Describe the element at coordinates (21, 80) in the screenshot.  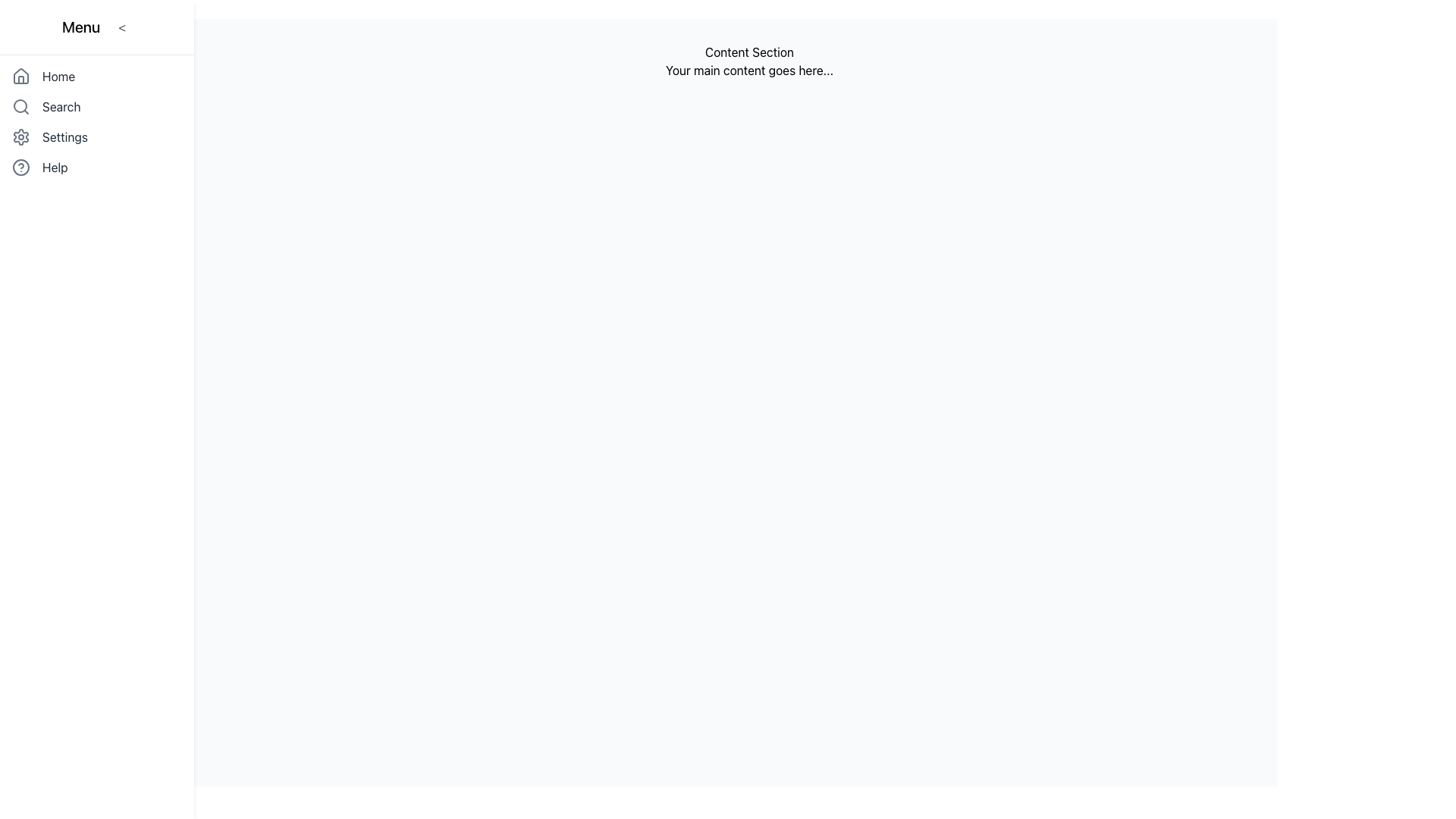
I see `the decorative lower part of the 'Home' icon in the sidebar navigation` at that location.